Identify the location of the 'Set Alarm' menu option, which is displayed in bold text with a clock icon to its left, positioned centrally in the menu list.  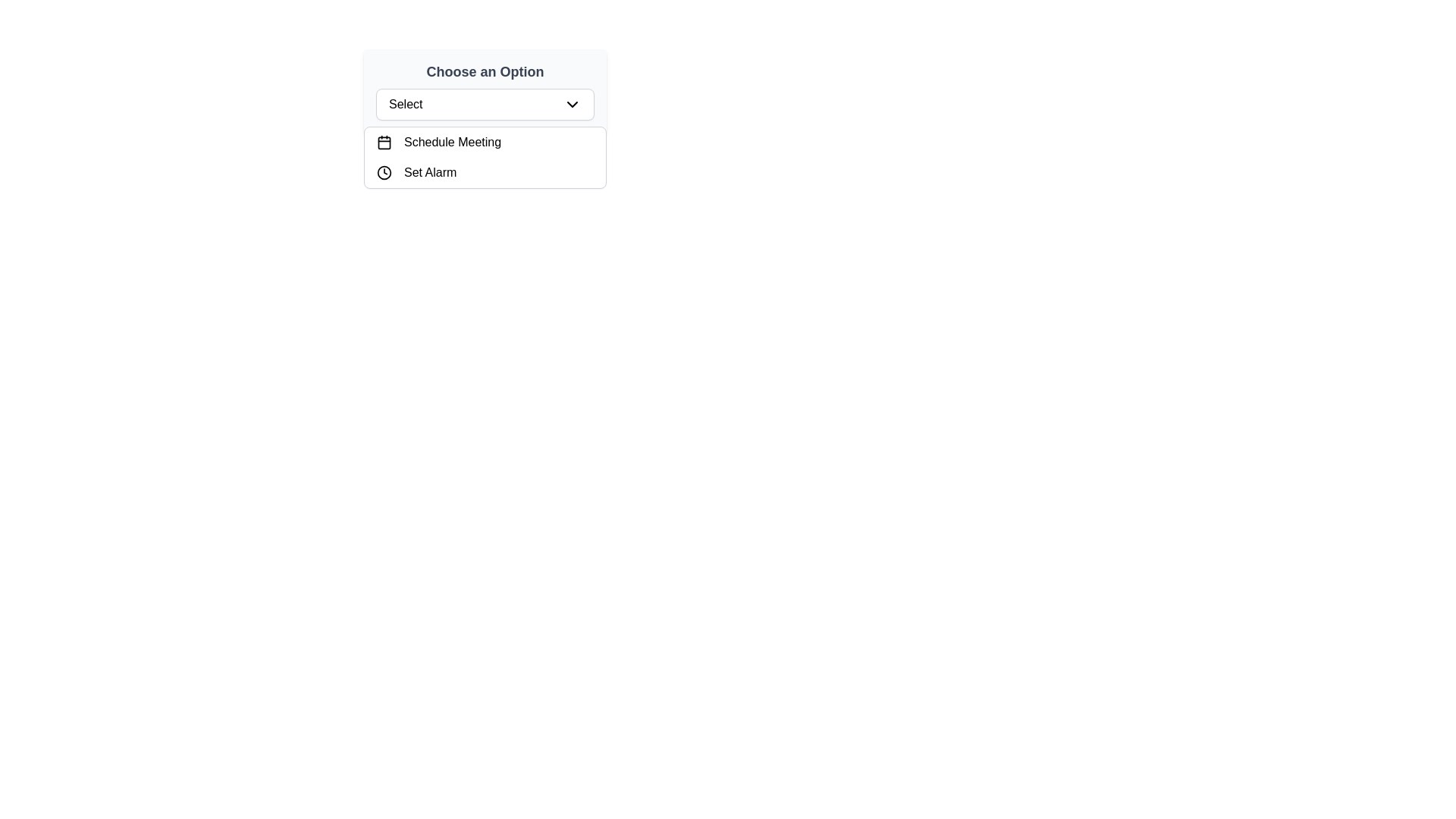
(429, 171).